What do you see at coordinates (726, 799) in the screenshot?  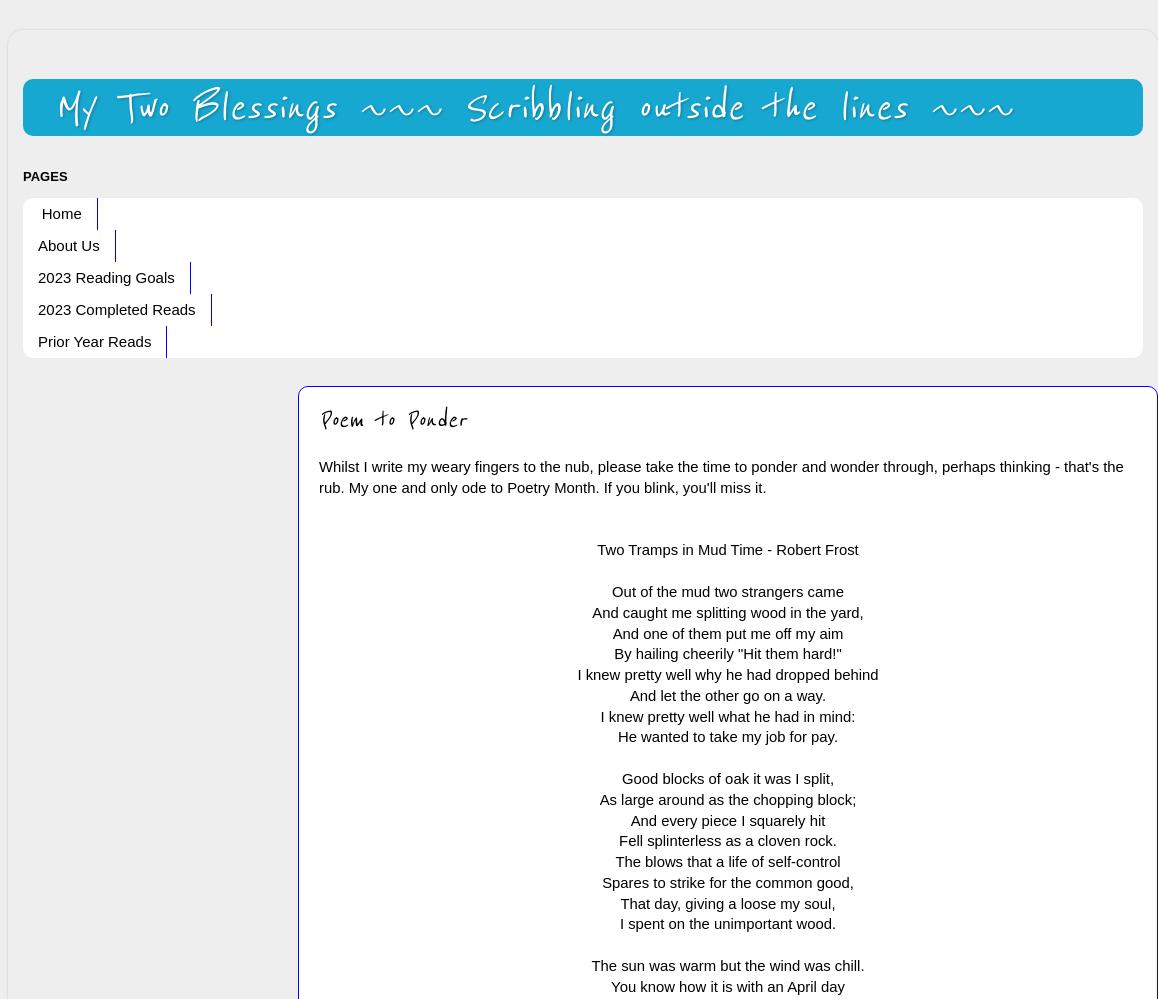 I see `'As large around as the chopping block;'` at bounding box center [726, 799].